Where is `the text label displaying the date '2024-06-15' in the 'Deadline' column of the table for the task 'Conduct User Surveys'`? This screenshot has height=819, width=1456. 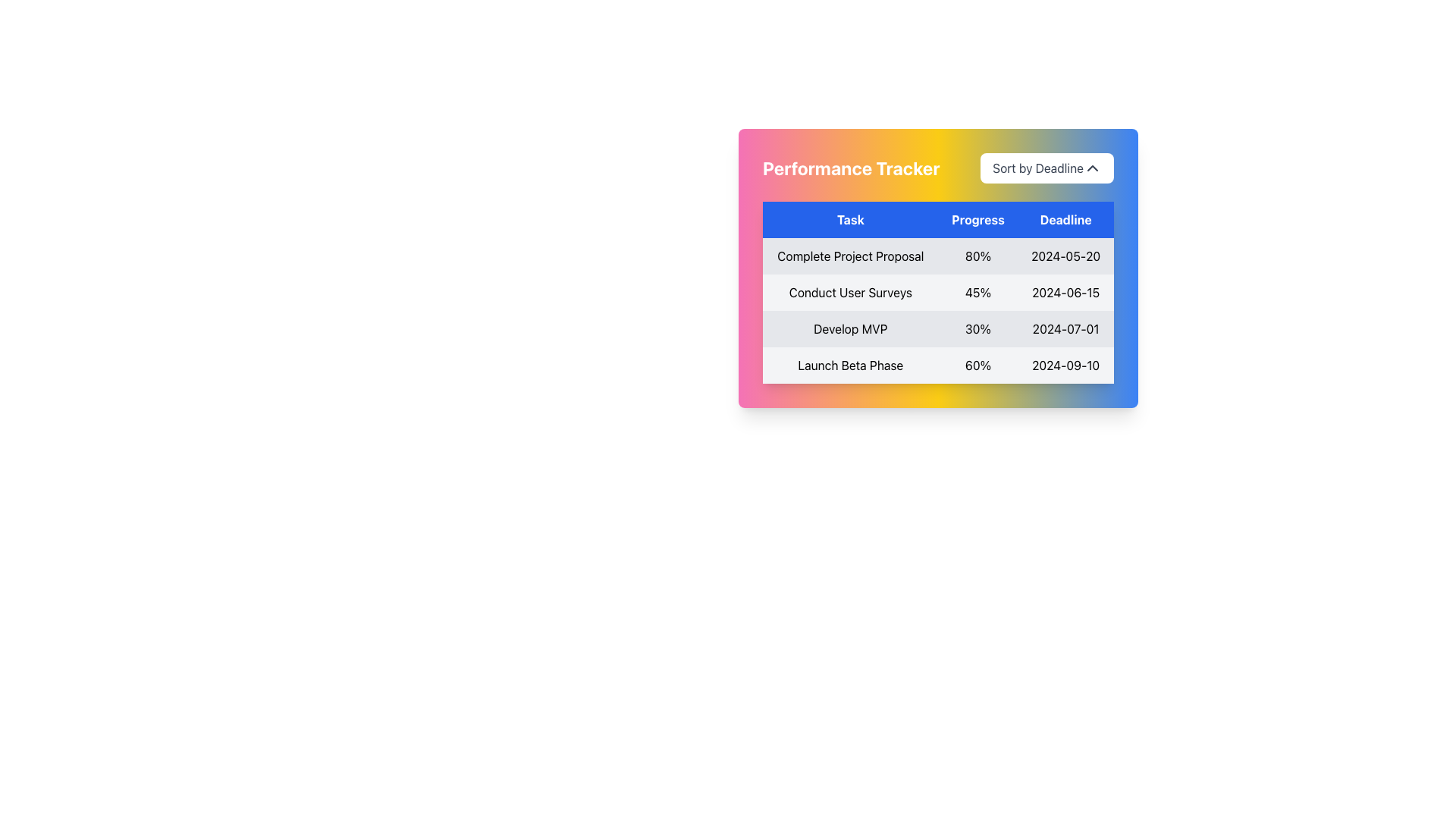 the text label displaying the date '2024-06-15' in the 'Deadline' column of the table for the task 'Conduct User Surveys' is located at coordinates (1065, 292).